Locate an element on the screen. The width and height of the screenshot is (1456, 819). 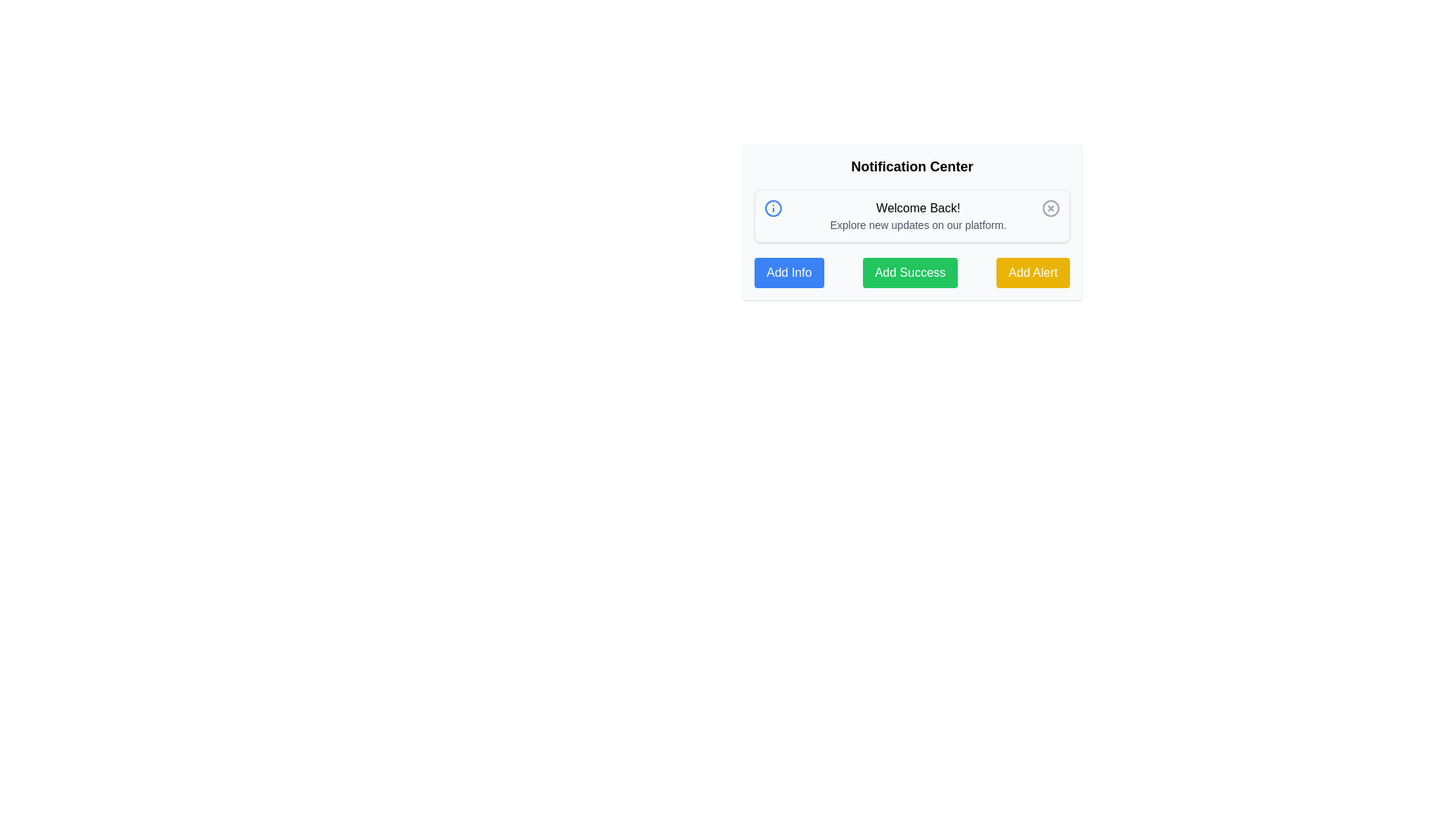
the circular SVG icon located in the upper region of the interface, which symbolizes a notification or close action is located at coordinates (1050, 208).